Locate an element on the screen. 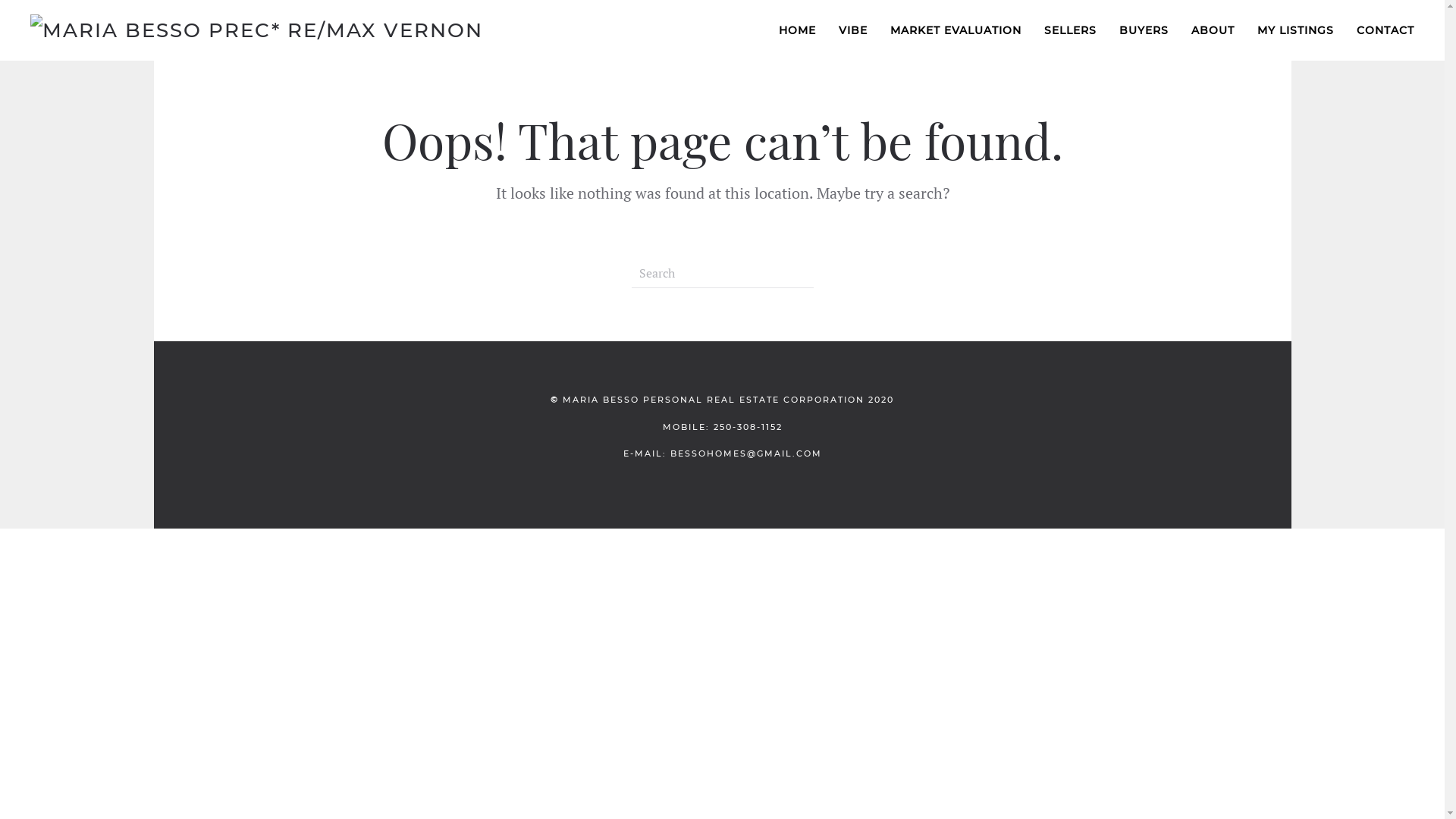 The height and width of the screenshot is (819, 1456). 'SELLERS' is located at coordinates (1069, 30).